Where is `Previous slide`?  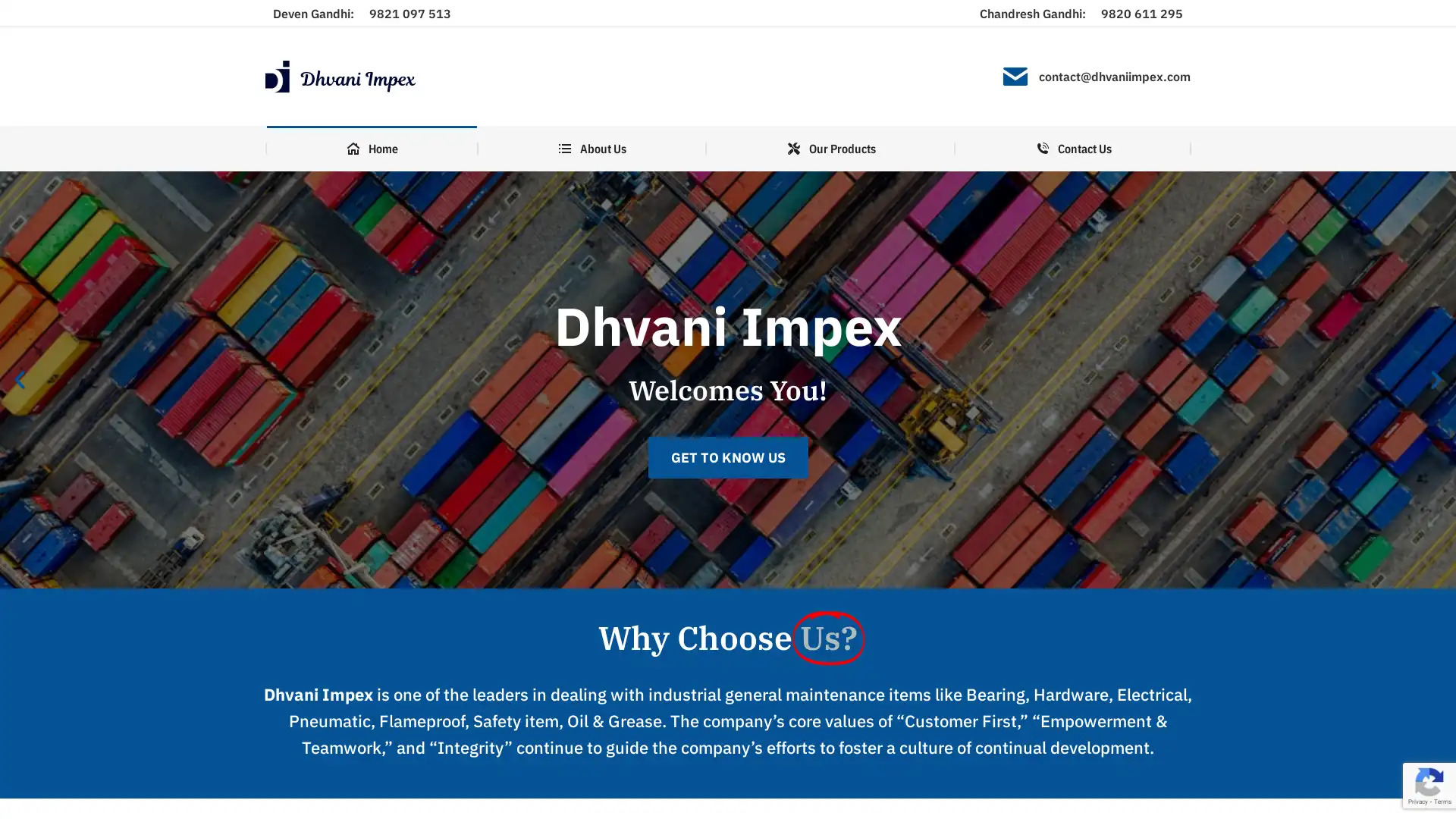 Previous slide is located at coordinates (19, 379).